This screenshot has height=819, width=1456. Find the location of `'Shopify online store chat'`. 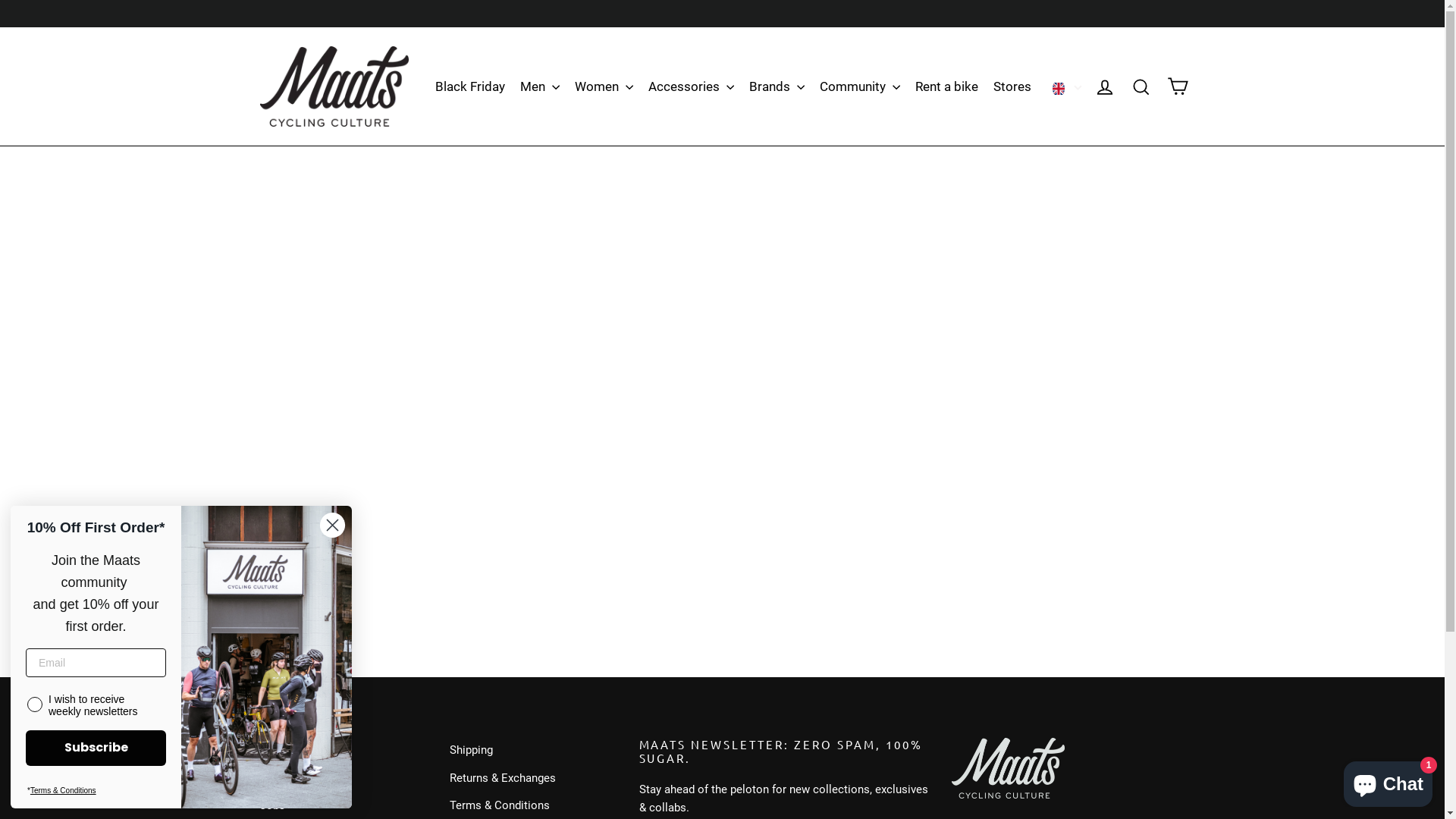

'Shopify online store chat' is located at coordinates (1388, 780).